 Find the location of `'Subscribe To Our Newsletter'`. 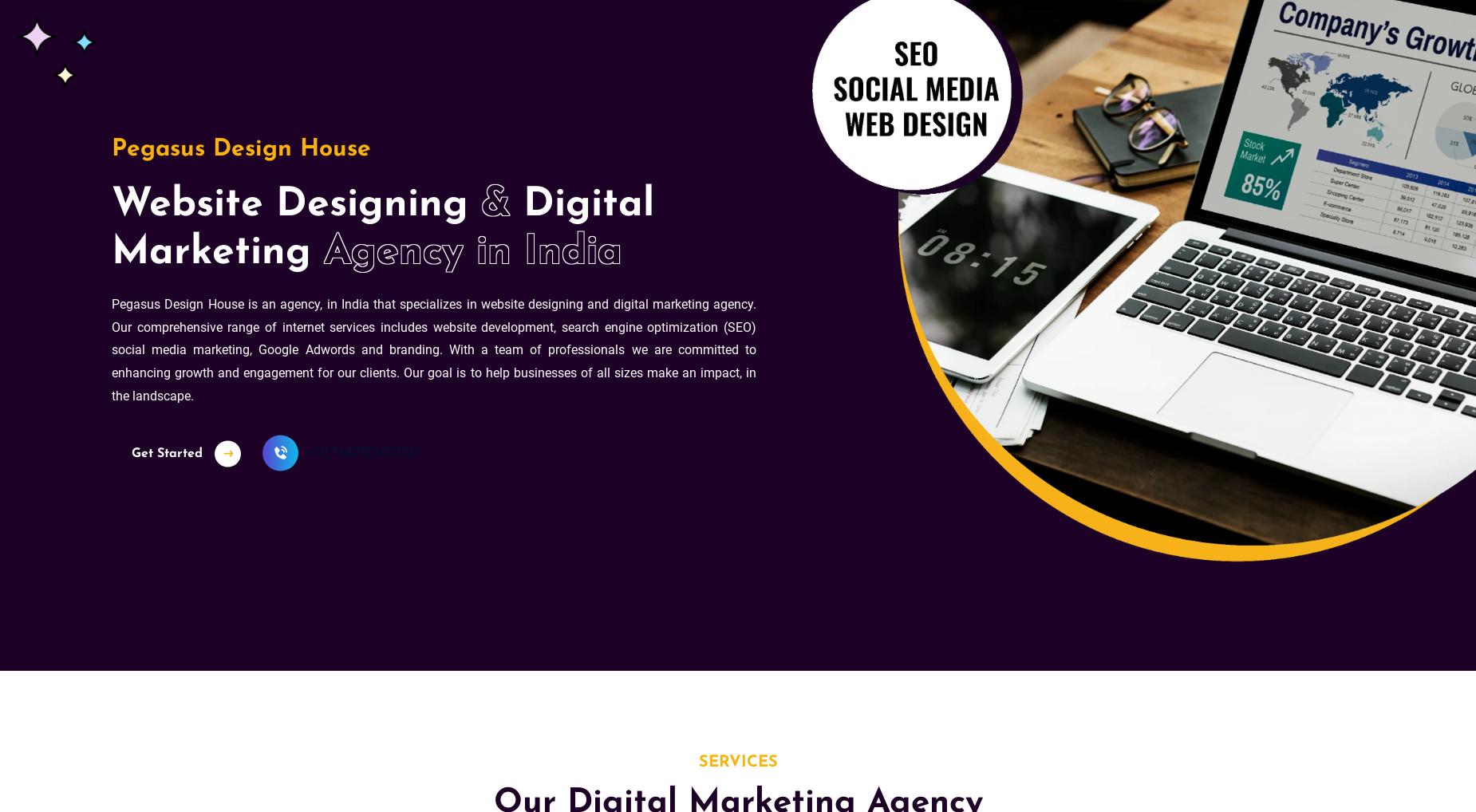

'Subscribe To Our Newsletter' is located at coordinates (738, 371).